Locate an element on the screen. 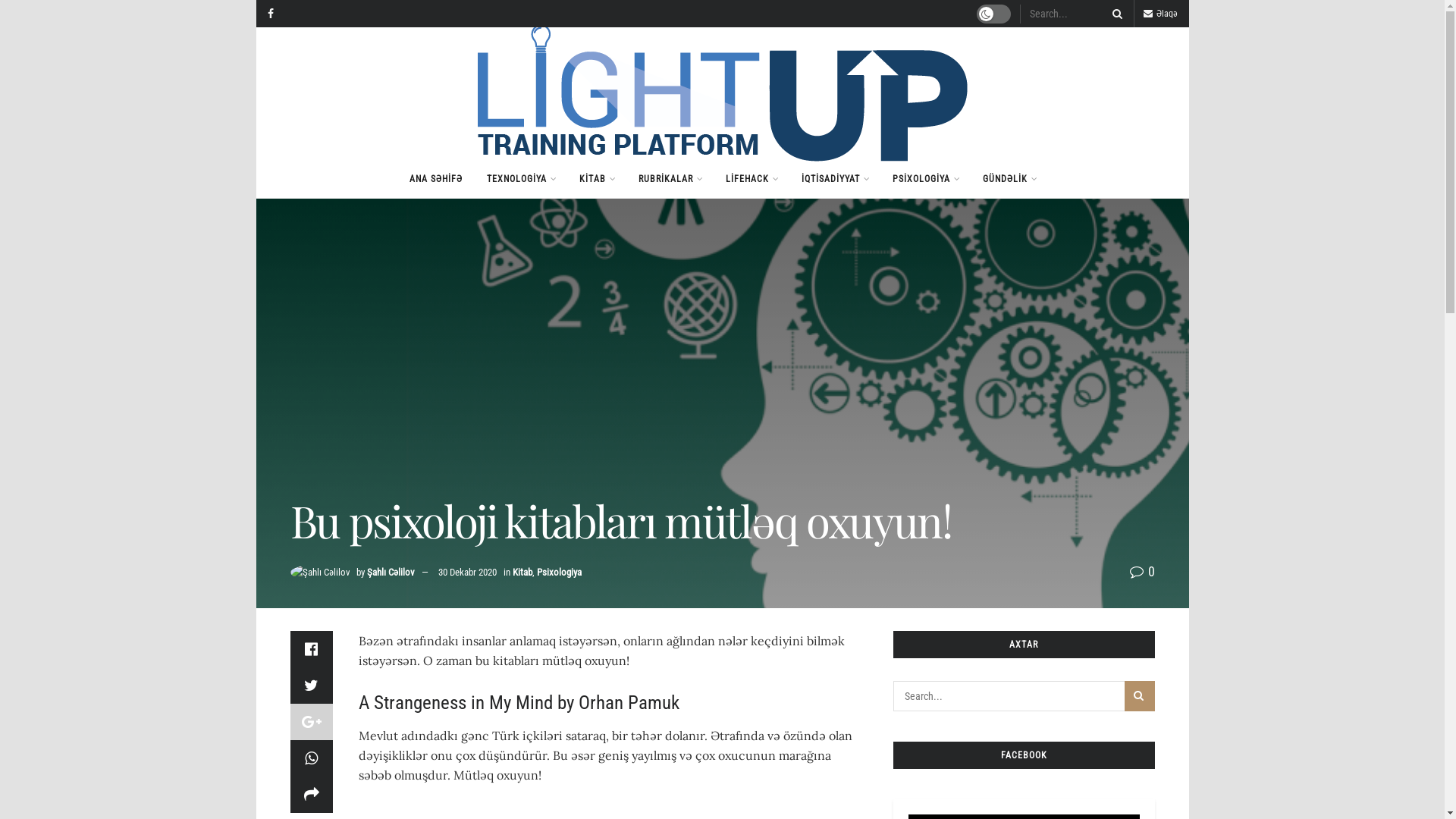 This screenshot has width=1456, height=819. 'Kitab' is located at coordinates (522, 572).